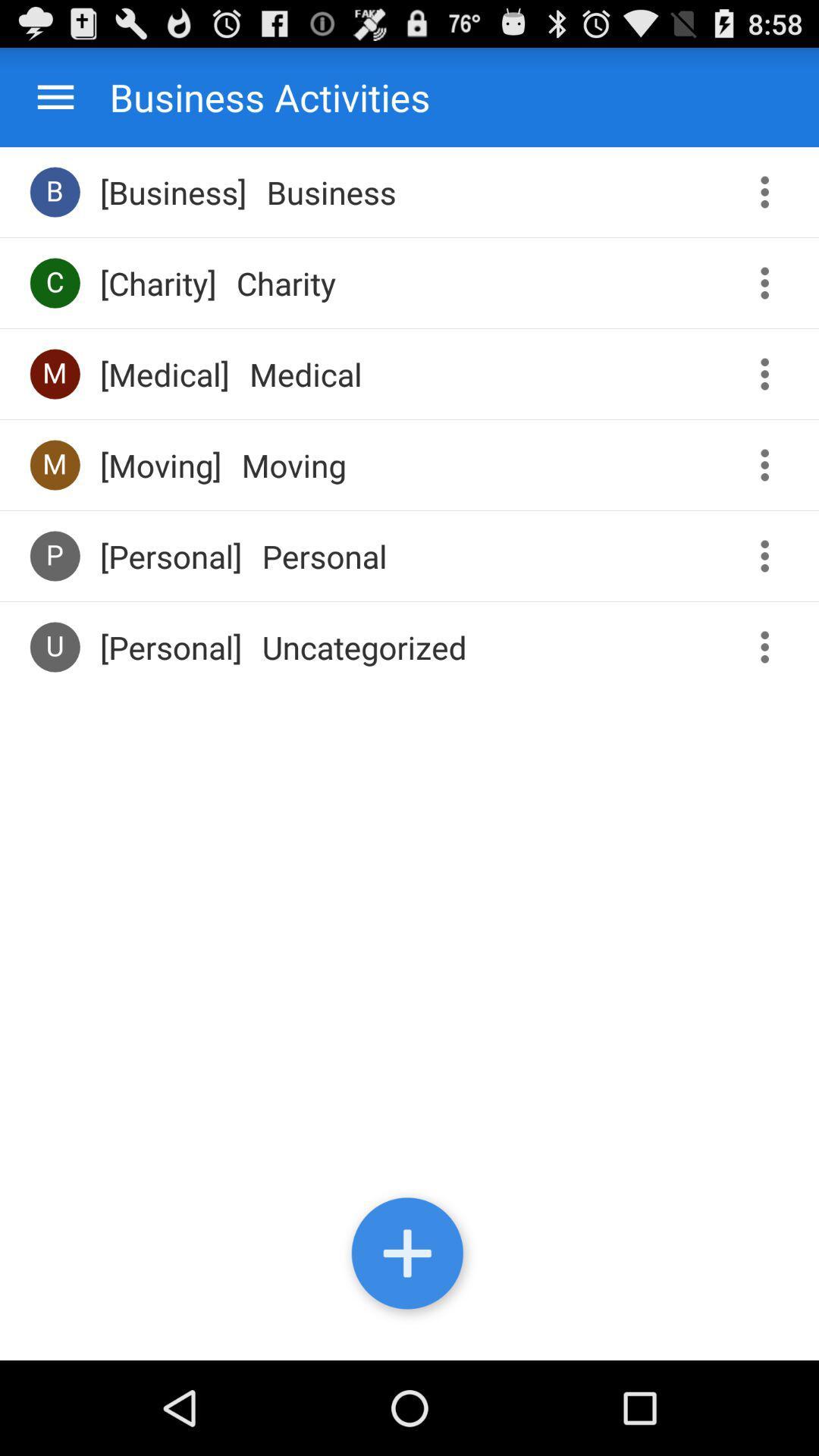 The width and height of the screenshot is (819, 1456). I want to click on the item above c icon, so click(54, 191).